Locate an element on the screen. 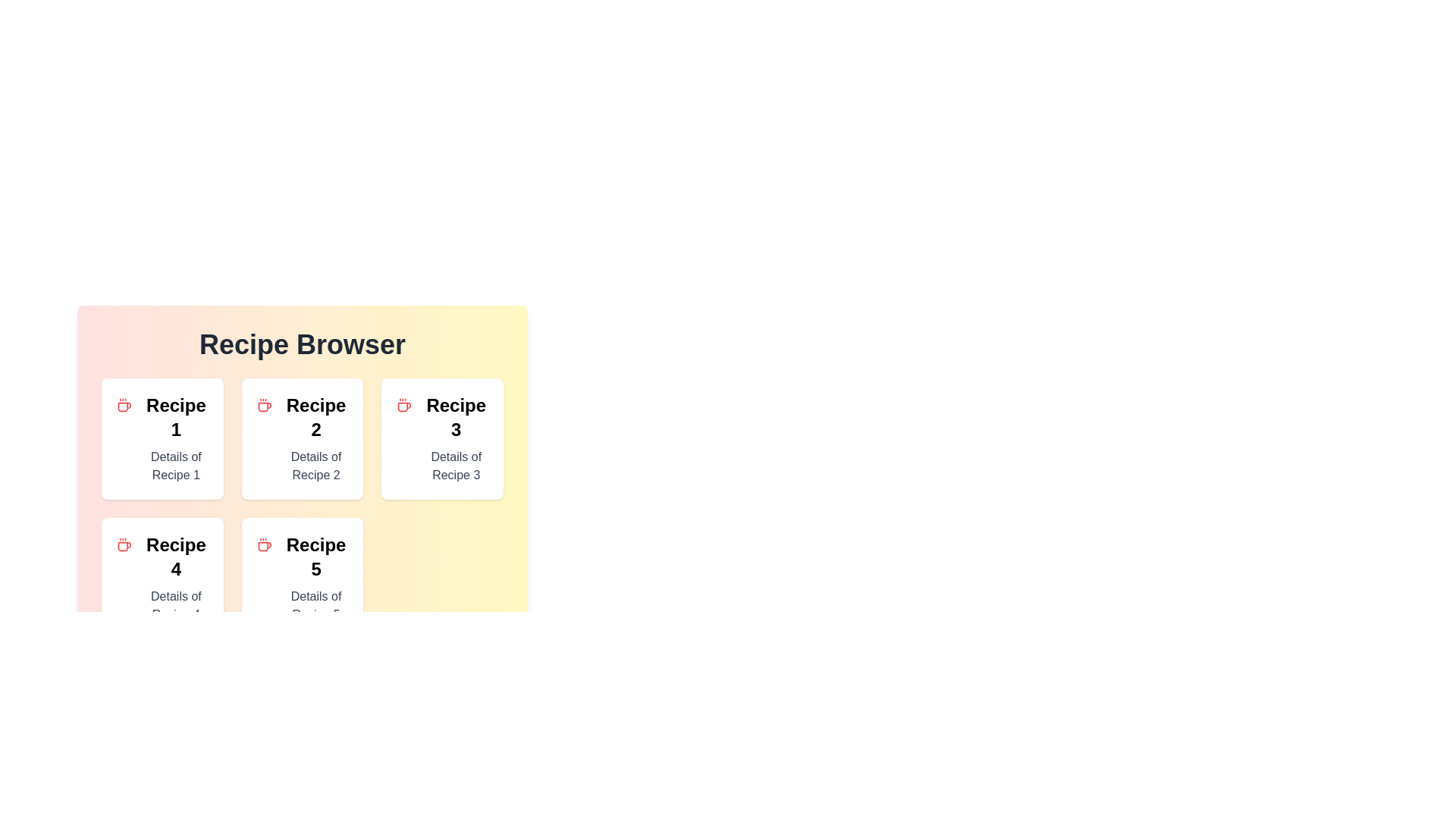 Image resolution: width=1456 pixels, height=819 pixels. the Heading or Label that serves as the title for the first recipe card in the grid layout is located at coordinates (176, 418).